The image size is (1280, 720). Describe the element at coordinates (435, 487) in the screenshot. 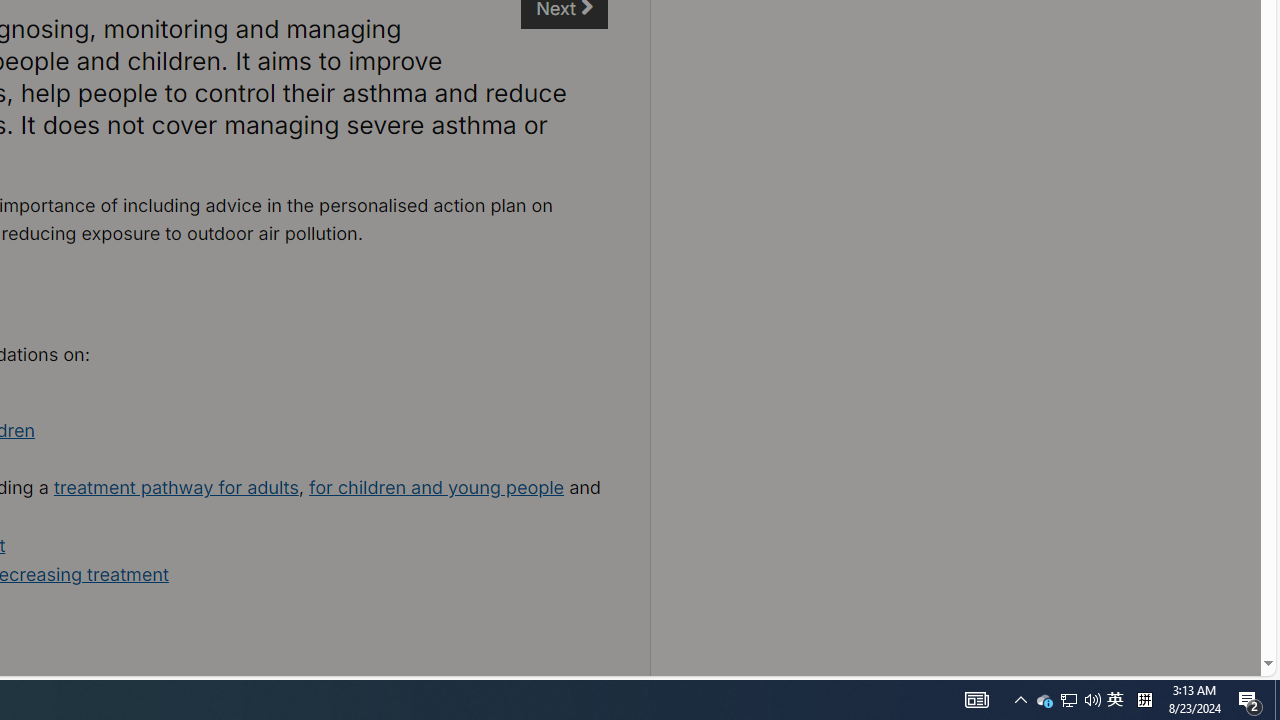

I see `'for children and young people'` at that location.